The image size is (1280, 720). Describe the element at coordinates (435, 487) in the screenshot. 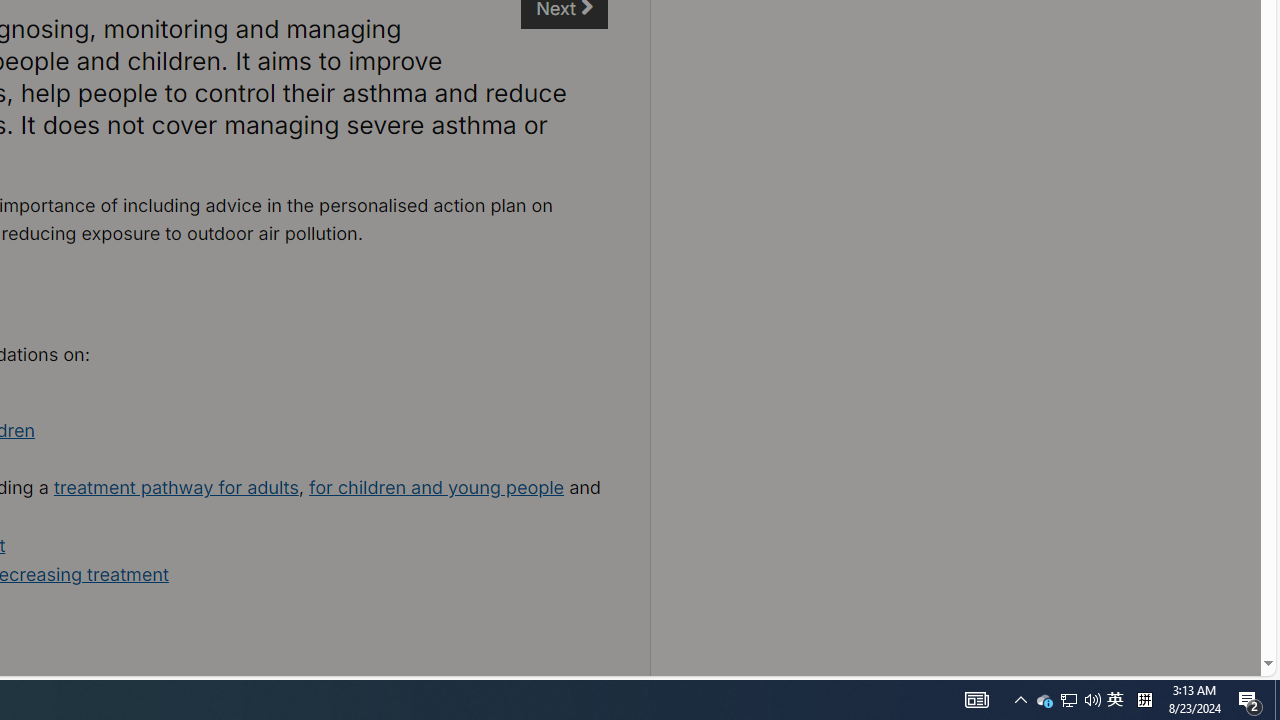

I see `'for children and young people'` at that location.